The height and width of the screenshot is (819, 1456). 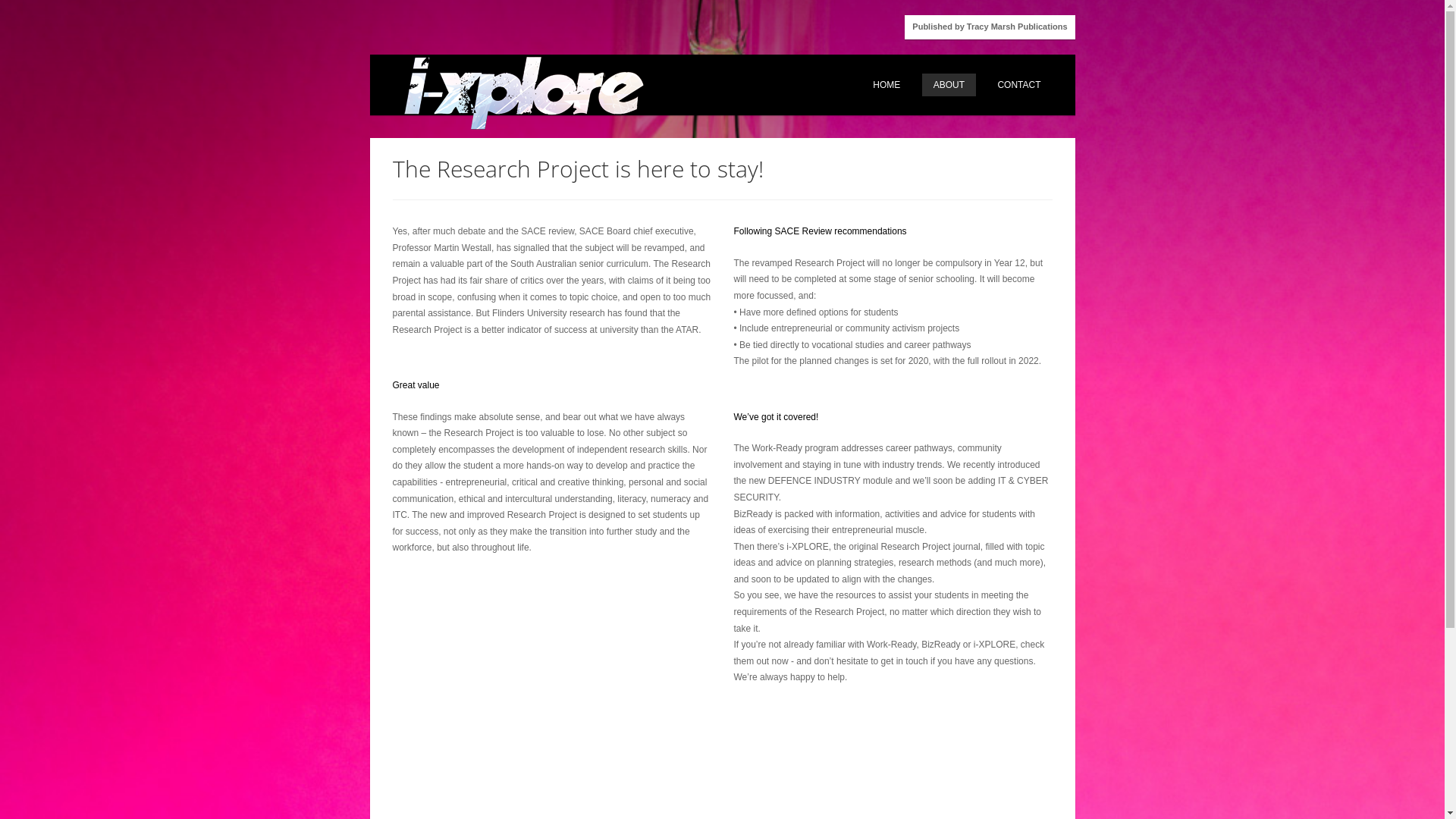 What do you see at coordinates (861, 84) in the screenshot?
I see `'HOME'` at bounding box center [861, 84].